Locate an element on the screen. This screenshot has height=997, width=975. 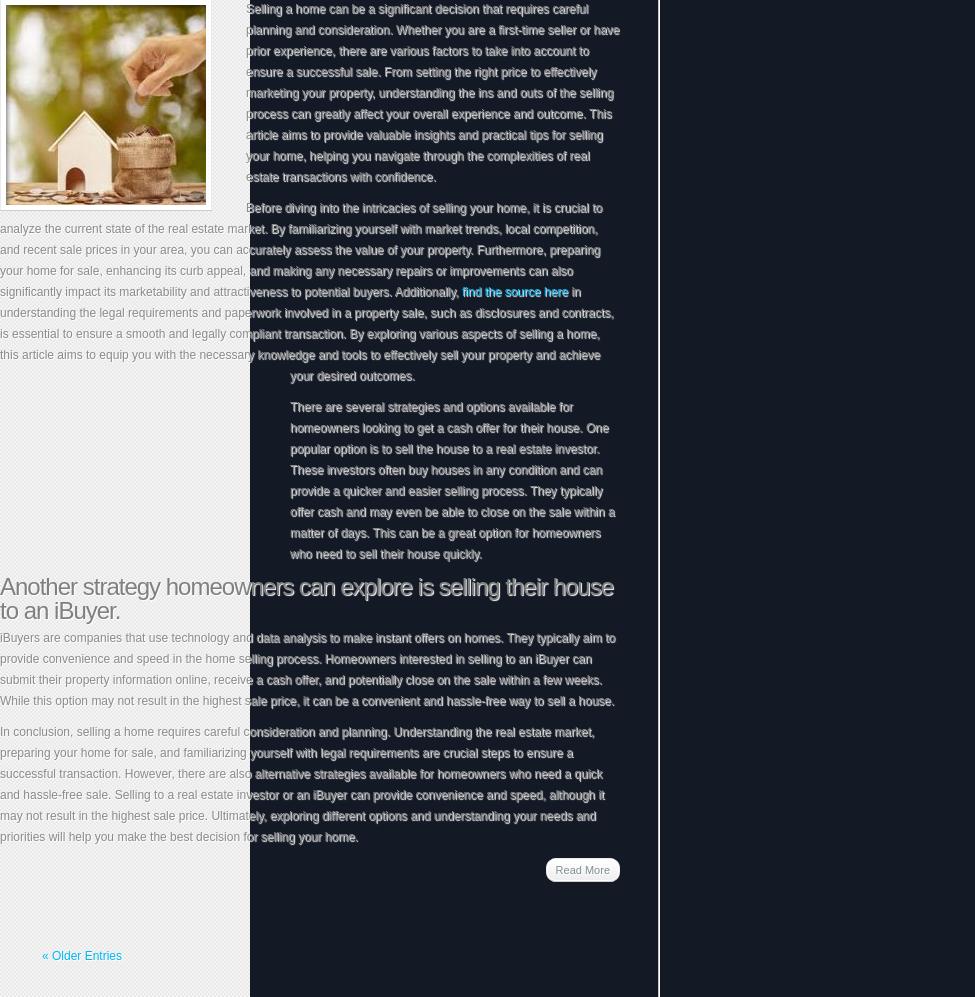
'There are several strategies and options available for homeowners looking to get a cash offer for their house. One popular option is to sell the house to a real estate investor. These investors often buy houses in any condition and can provide a quicker and easier selling process. They typically offer cash and may even be able to close on the sale within a matter of days. This can be a great option for homeowners who need to sell their house quickly.' is located at coordinates (452, 480).